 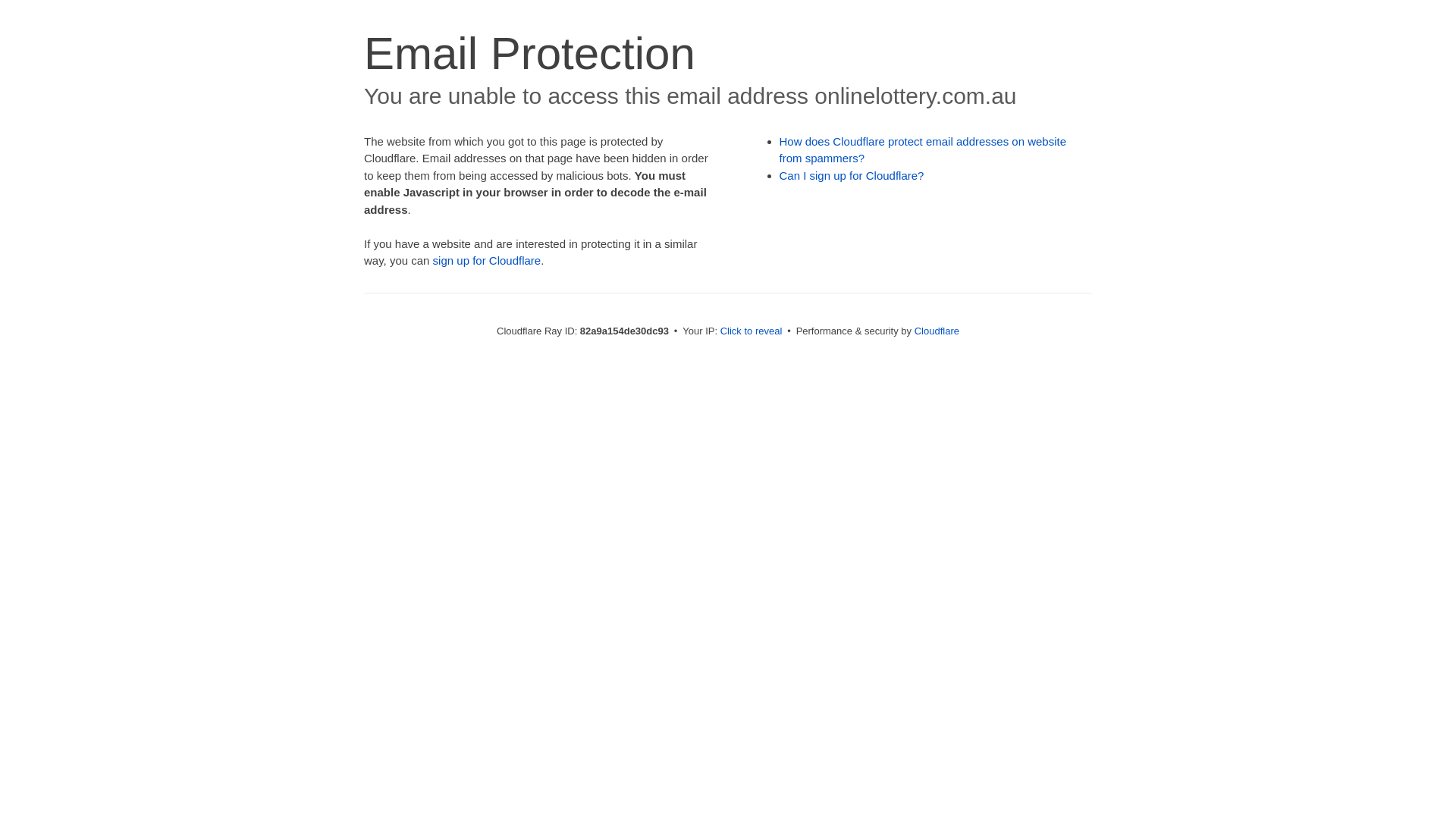 What do you see at coordinates (852, 174) in the screenshot?
I see `'Can I sign up for Cloudflare?'` at bounding box center [852, 174].